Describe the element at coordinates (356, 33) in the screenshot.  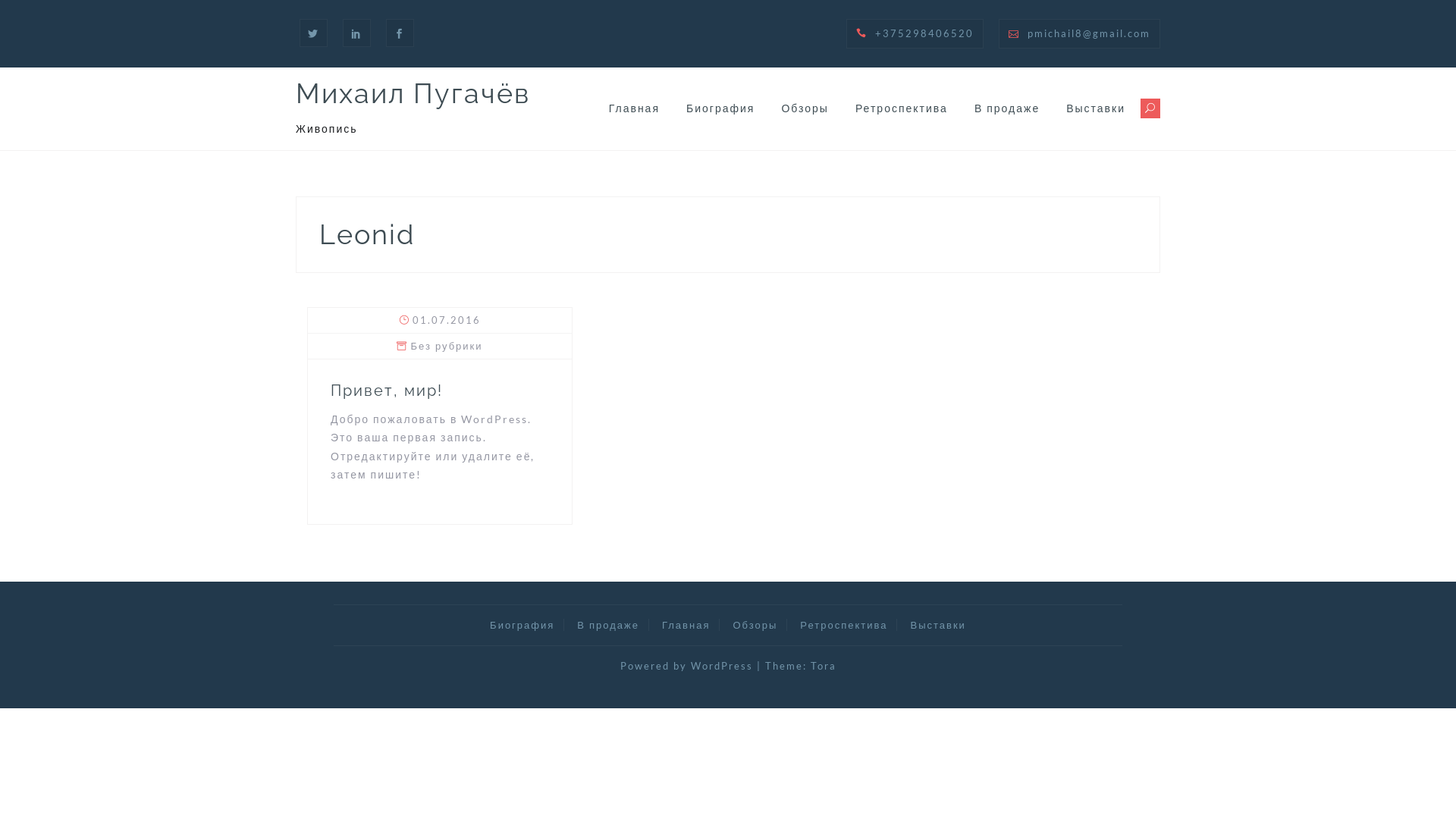
I see `'LI'` at that location.